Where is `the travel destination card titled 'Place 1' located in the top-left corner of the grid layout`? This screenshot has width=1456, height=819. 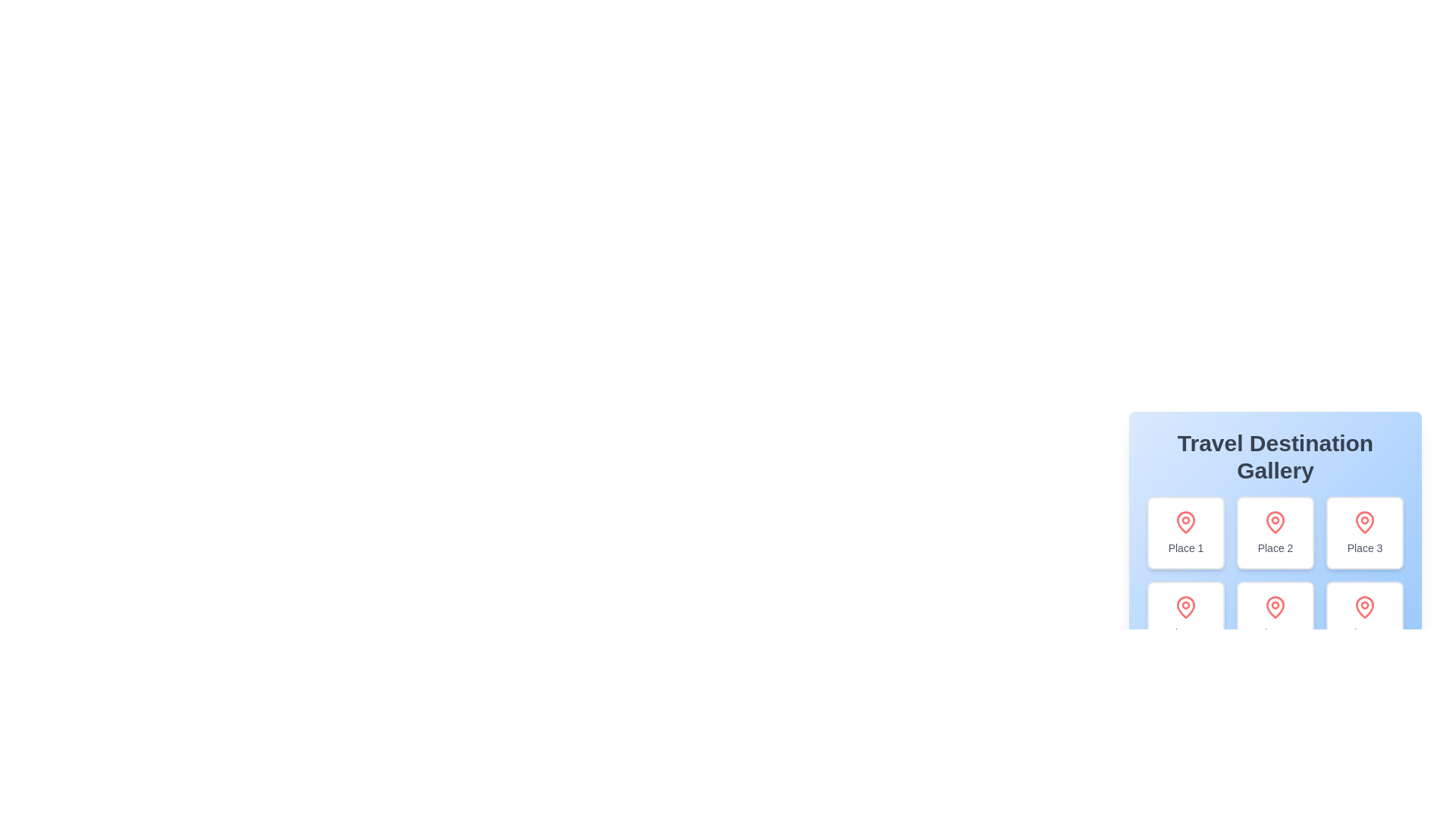
the travel destination card titled 'Place 1' located in the top-left corner of the grid layout is located at coordinates (1185, 532).